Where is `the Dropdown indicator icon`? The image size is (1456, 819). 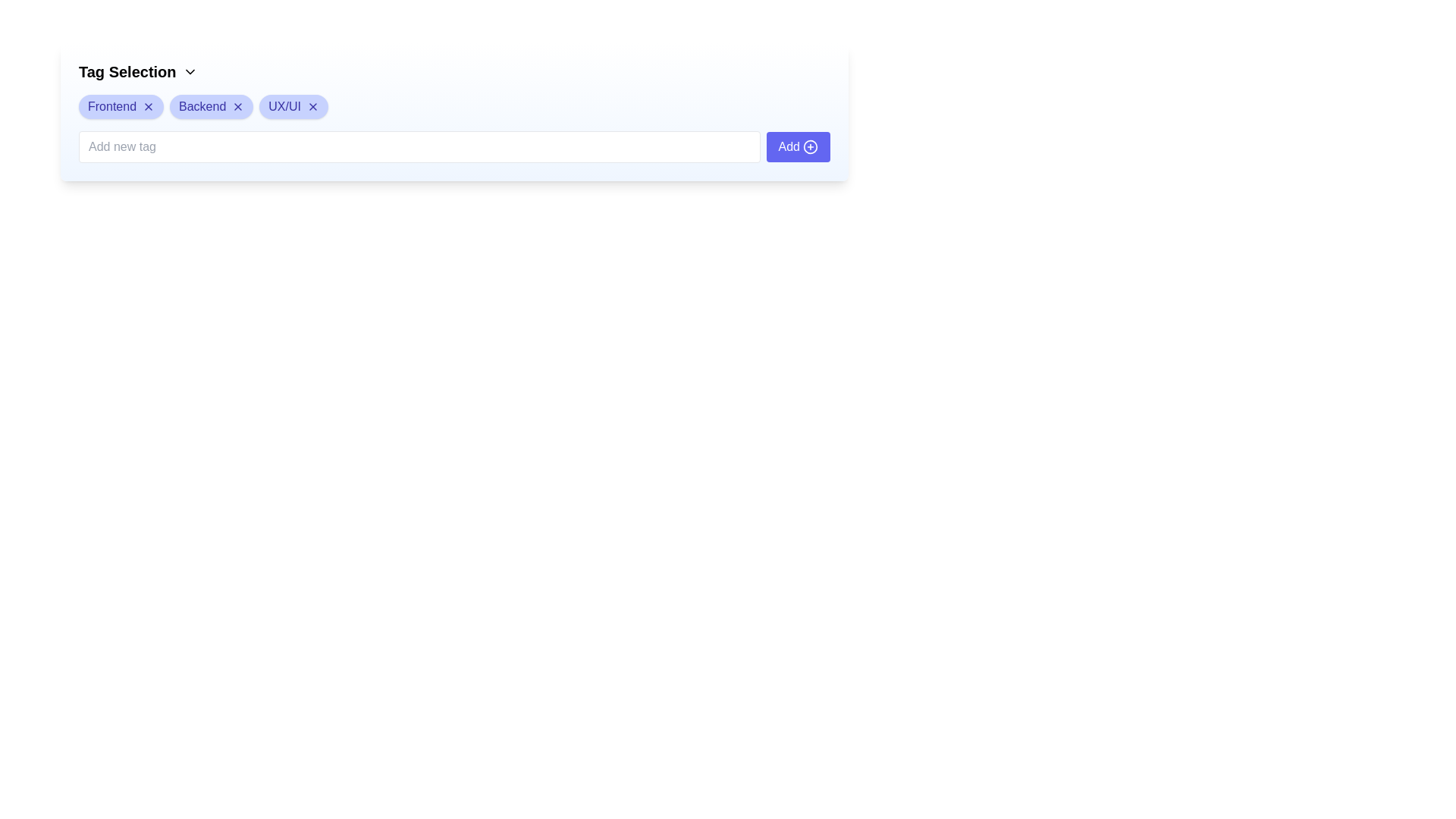
the Dropdown indicator icon is located at coordinates (189, 72).